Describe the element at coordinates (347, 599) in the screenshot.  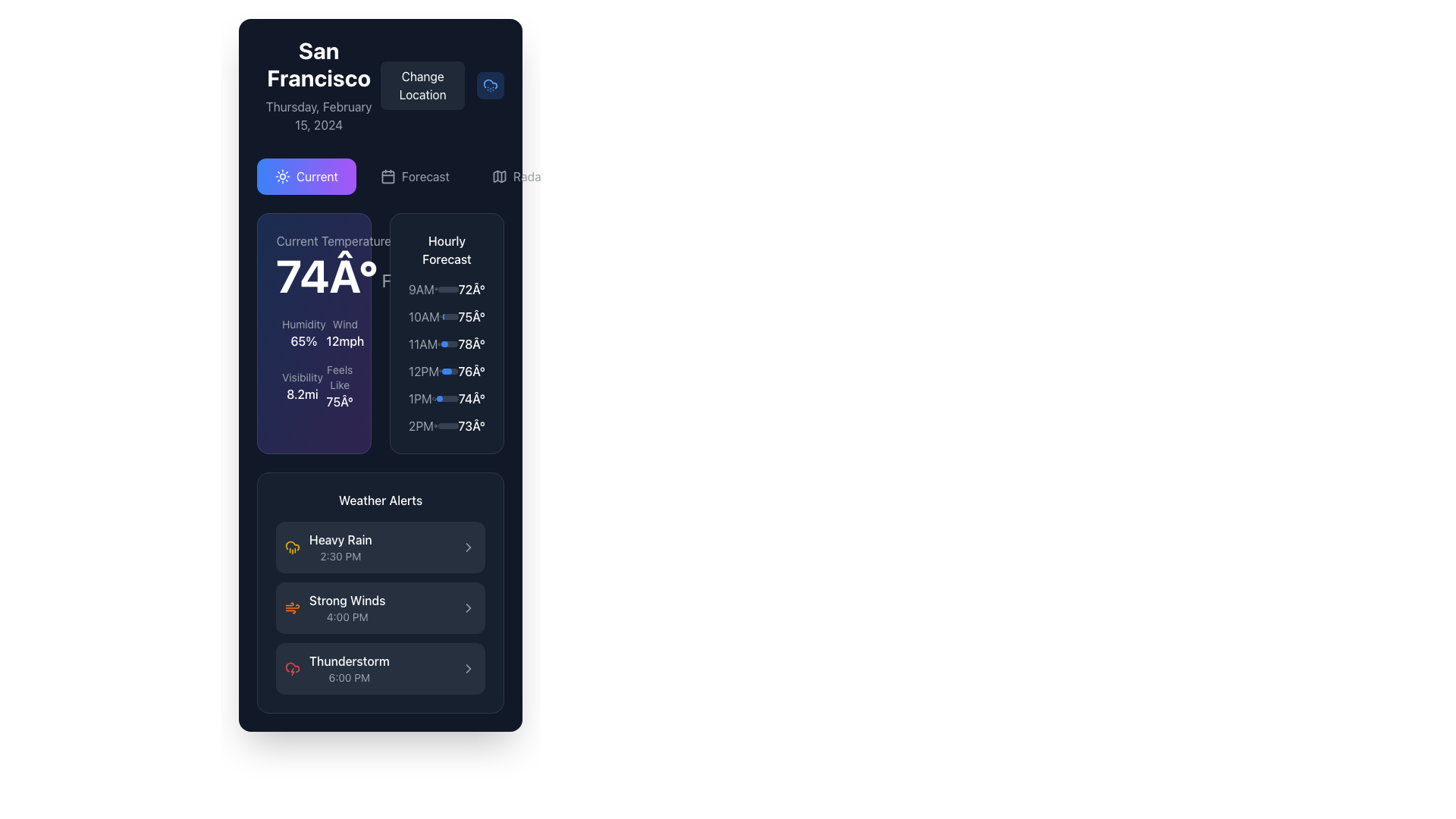
I see `the 'Strong Winds' text label in the 'Weather Alerts' section, which is styled in white font on a dark background, positioned centrally between 'Heavy Rain' and 'Thunderstorm'` at that location.